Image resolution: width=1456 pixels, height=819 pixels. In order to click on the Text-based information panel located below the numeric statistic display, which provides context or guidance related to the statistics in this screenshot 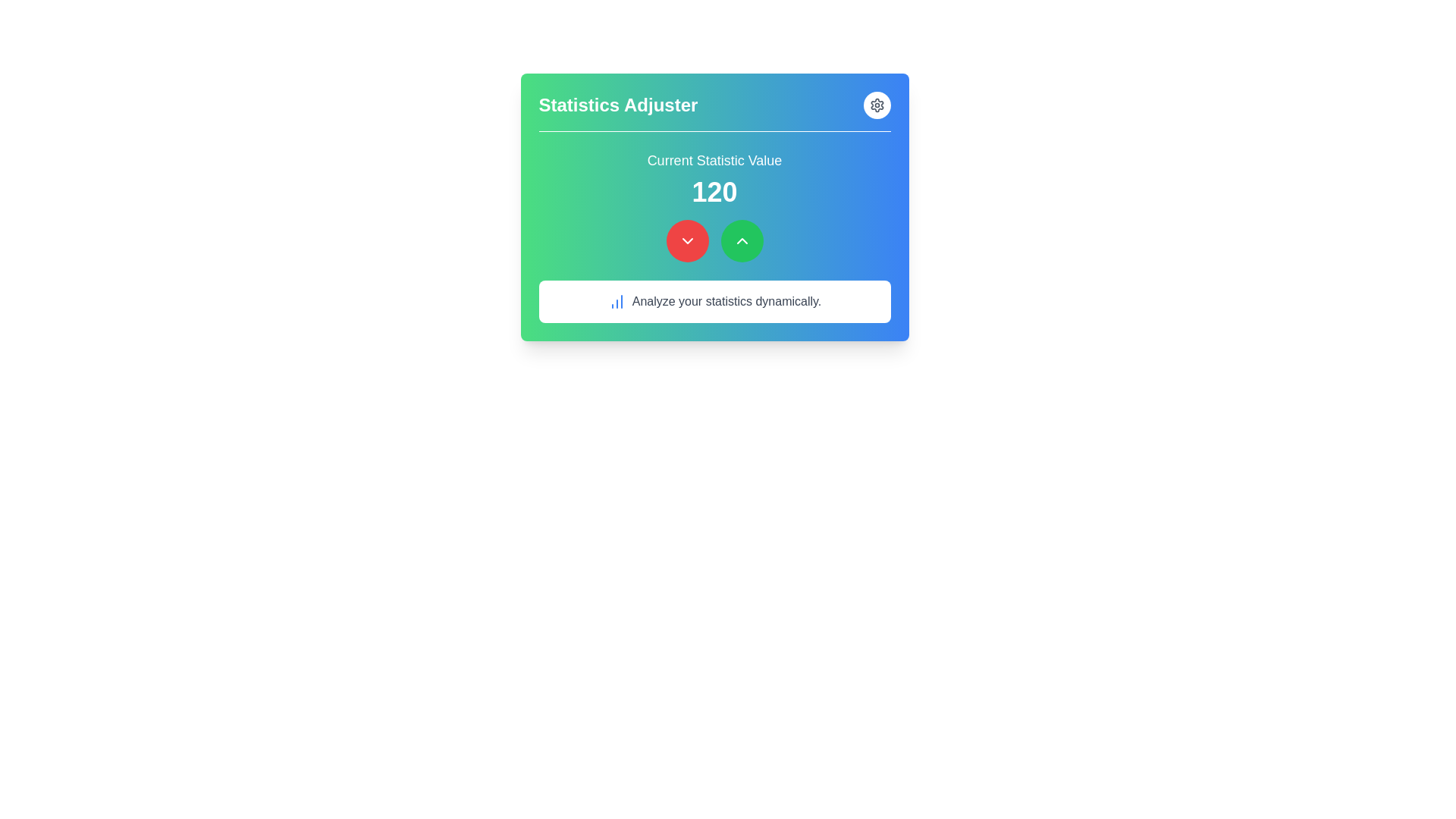, I will do `click(714, 301)`.